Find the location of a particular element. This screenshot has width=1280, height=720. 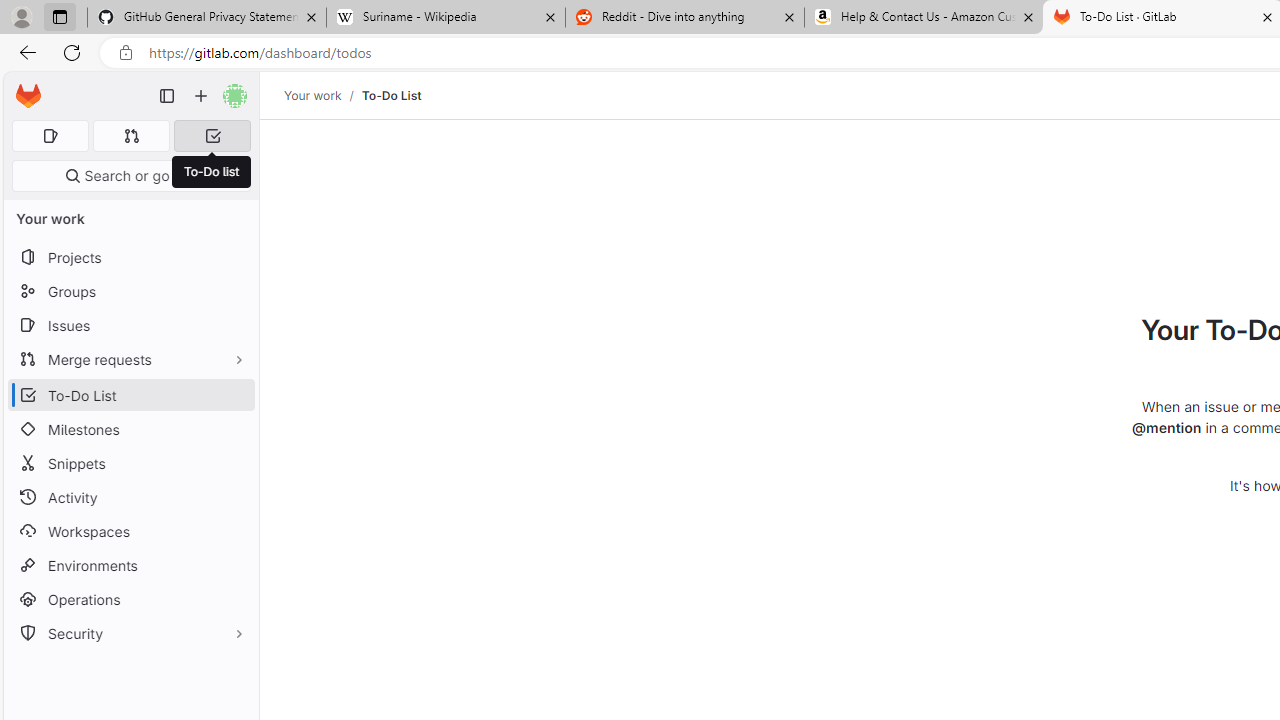

'Merge requests 0' is located at coordinates (130, 135).